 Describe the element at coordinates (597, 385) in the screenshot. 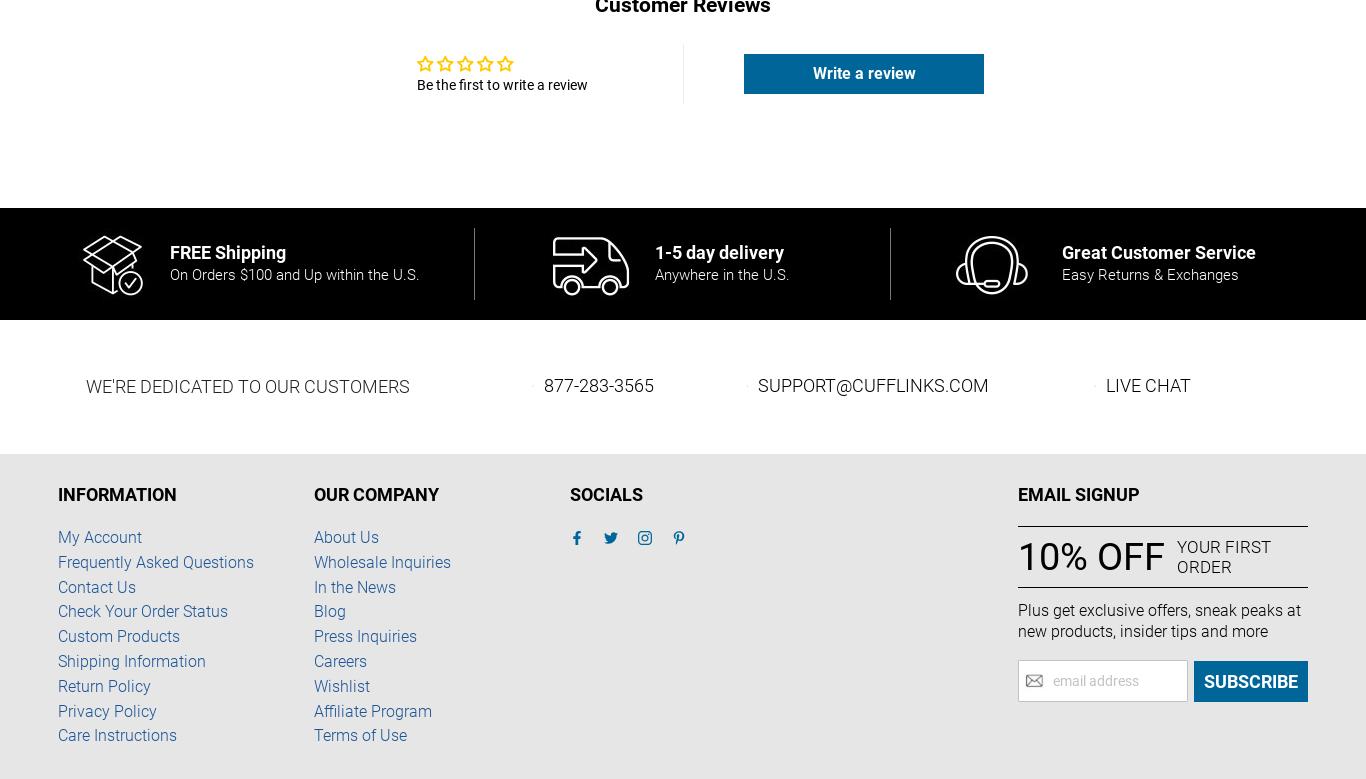

I see `'877-283-3565'` at that location.